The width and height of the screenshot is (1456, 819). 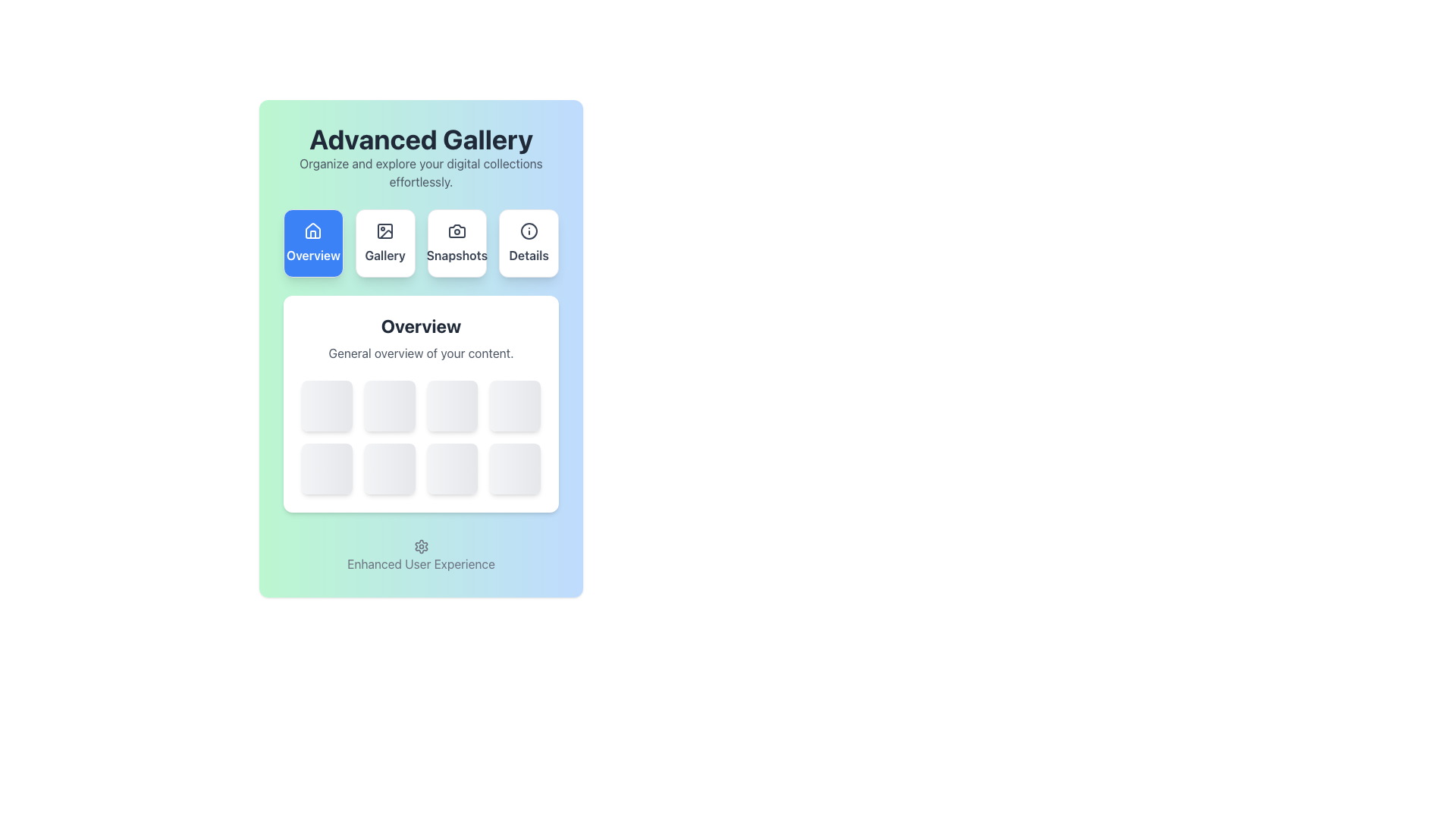 I want to click on the Navigation Menu tab located beneath the 'Advanced Gallery' heading, so click(x=421, y=242).